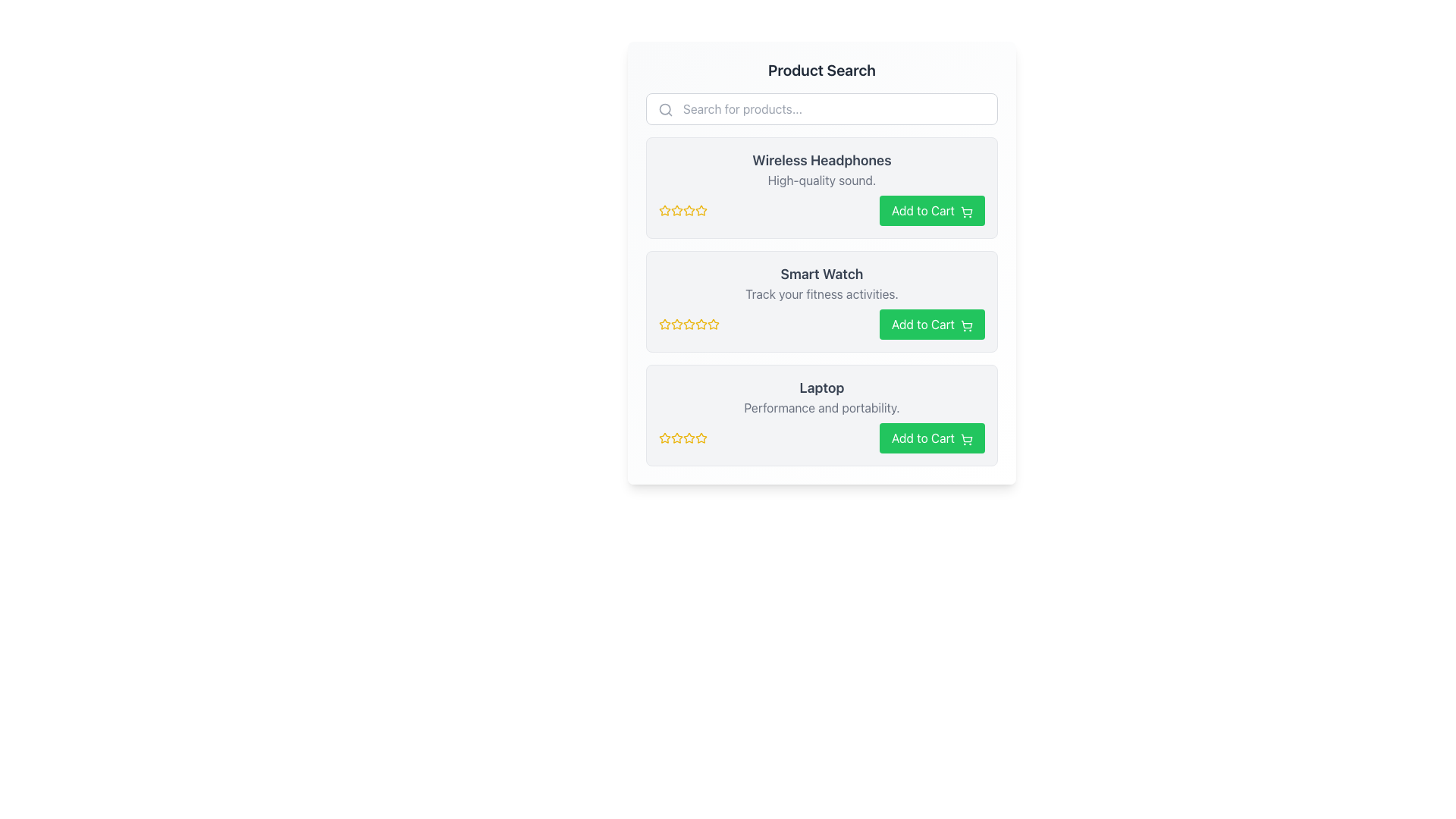  I want to click on the second star in the rating interface under the product title 'Wireless Headphones', so click(701, 210).